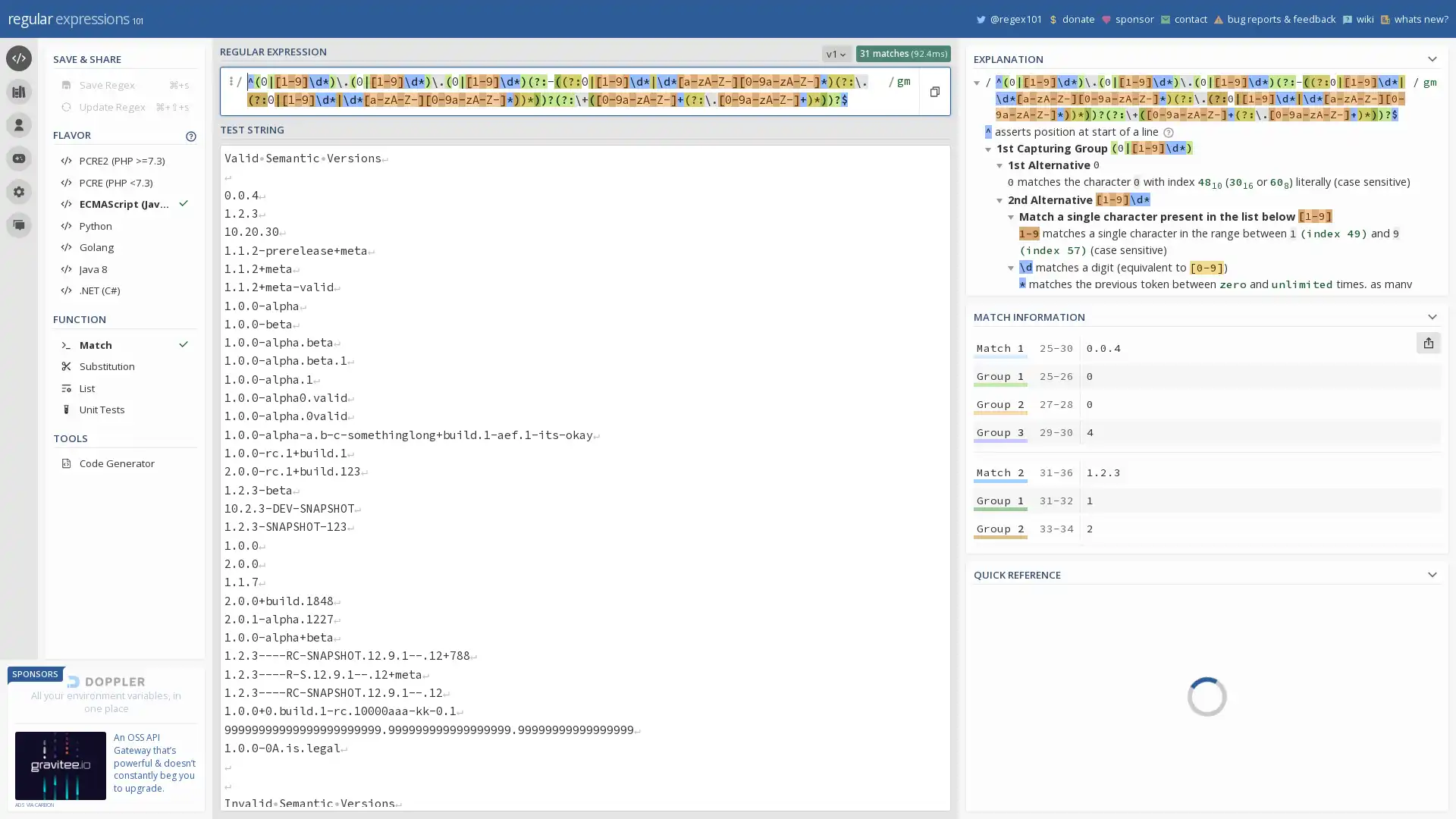 The height and width of the screenshot is (819, 1456). Describe the element at coordinates (1207, 56) in the screenshot. I see `EXPLANATION` at that location.